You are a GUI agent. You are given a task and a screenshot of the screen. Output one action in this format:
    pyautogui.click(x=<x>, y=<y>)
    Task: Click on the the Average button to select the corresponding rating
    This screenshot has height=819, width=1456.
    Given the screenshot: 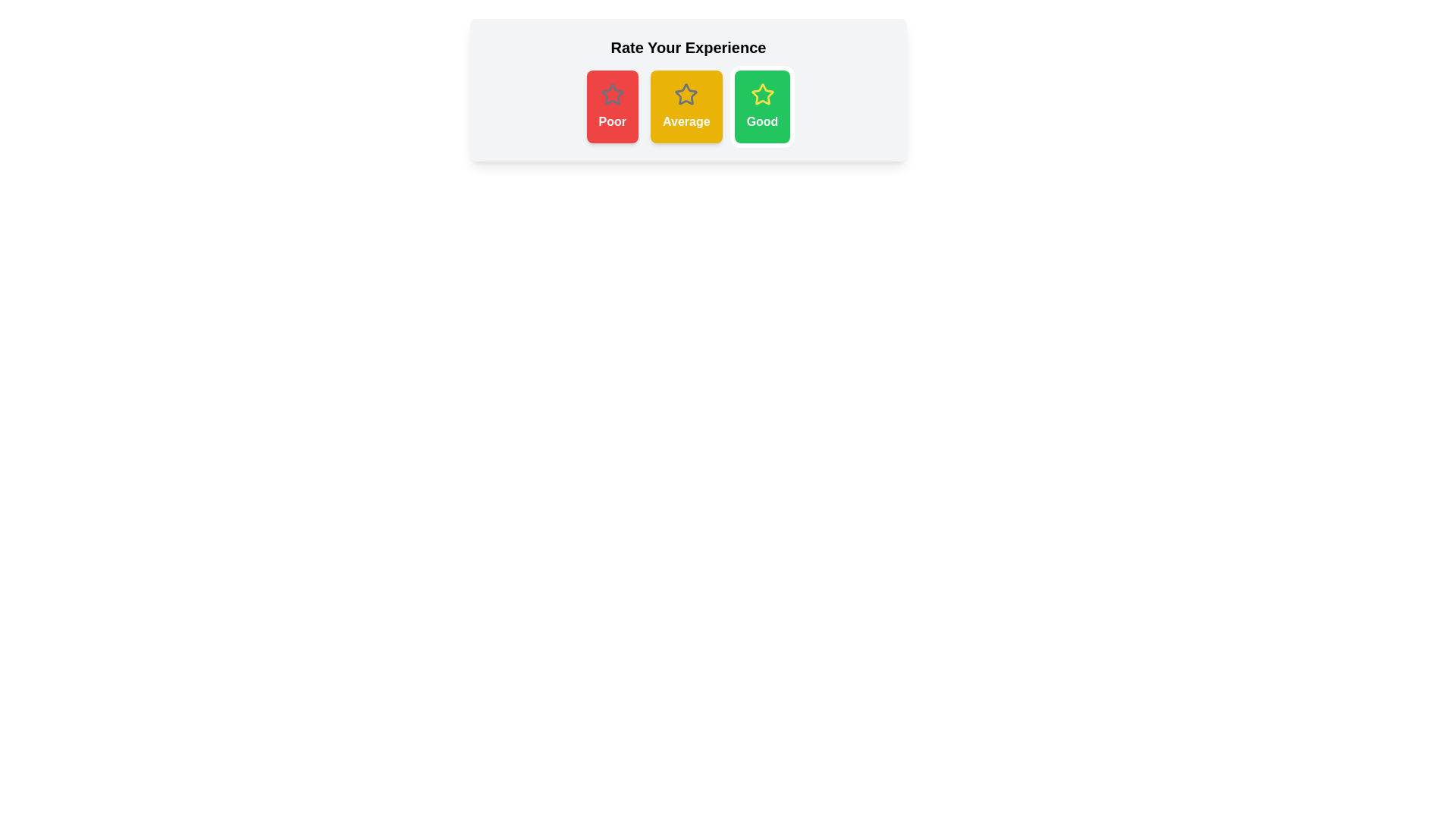 What is the action you would take?
    pyautogui.click(x=686, y=106)
    